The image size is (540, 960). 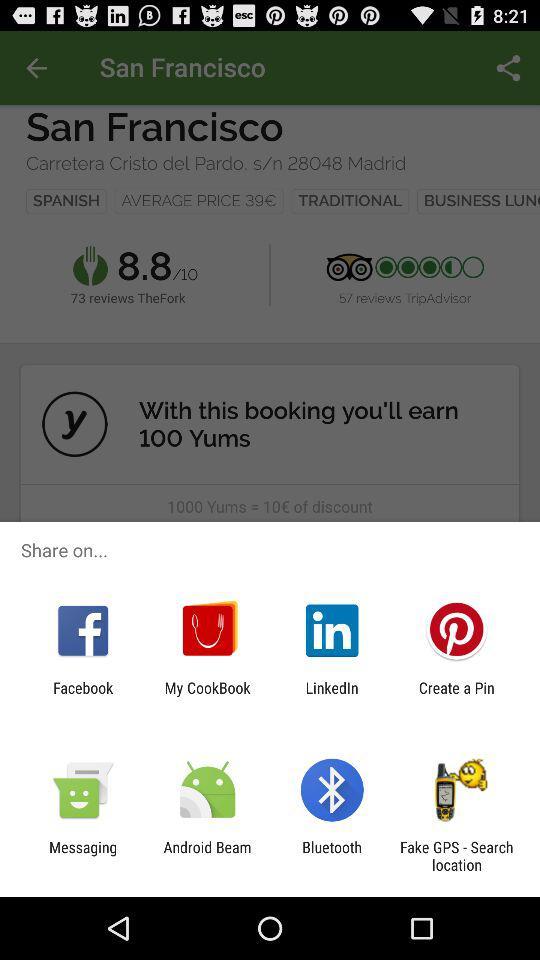 I want to click on icon next to the my cookbook icon, so click(x=82, y=696).